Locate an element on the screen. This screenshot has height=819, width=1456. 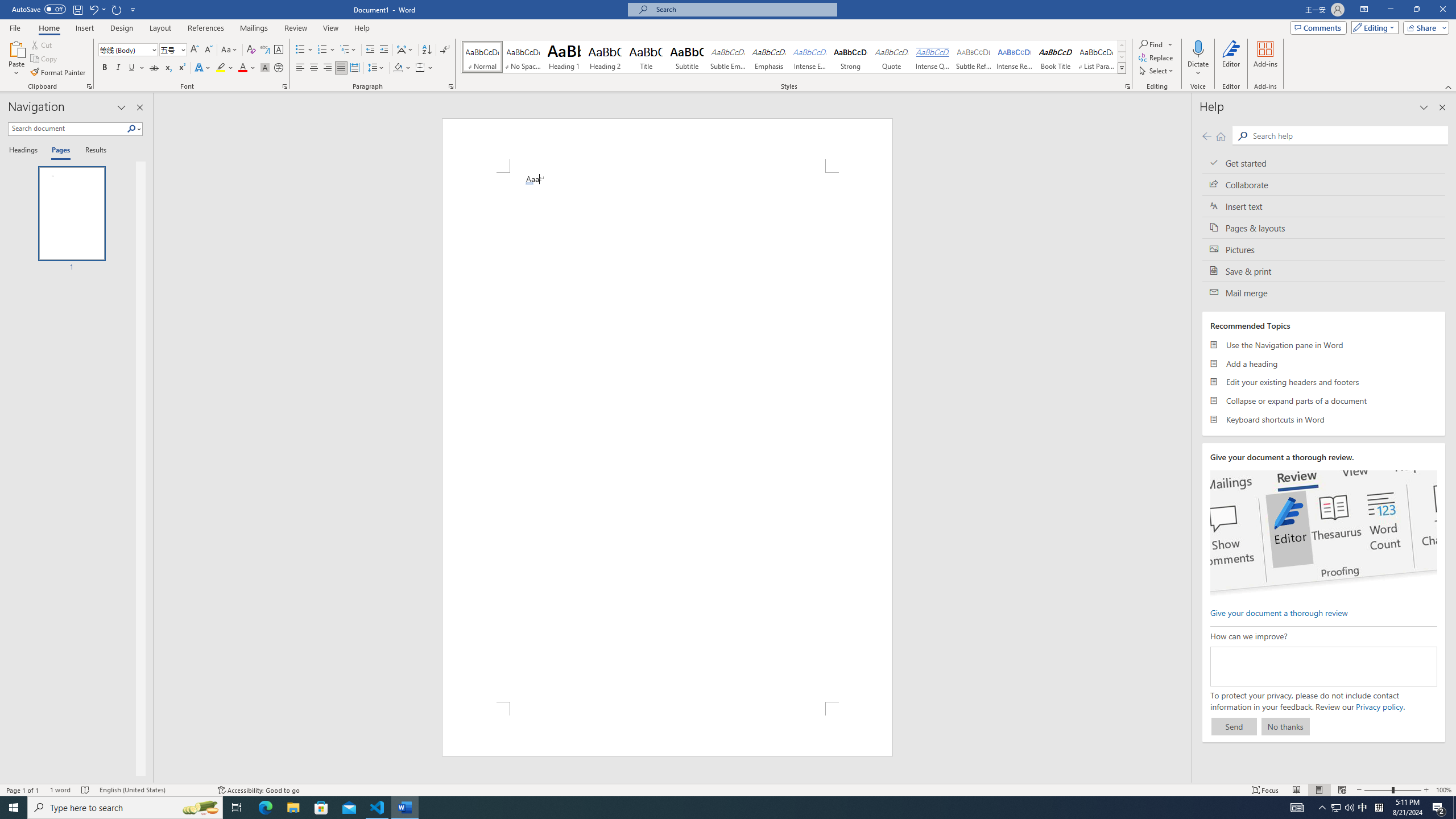
'Subtle Emphasis' is located at coordinates (728, 56).